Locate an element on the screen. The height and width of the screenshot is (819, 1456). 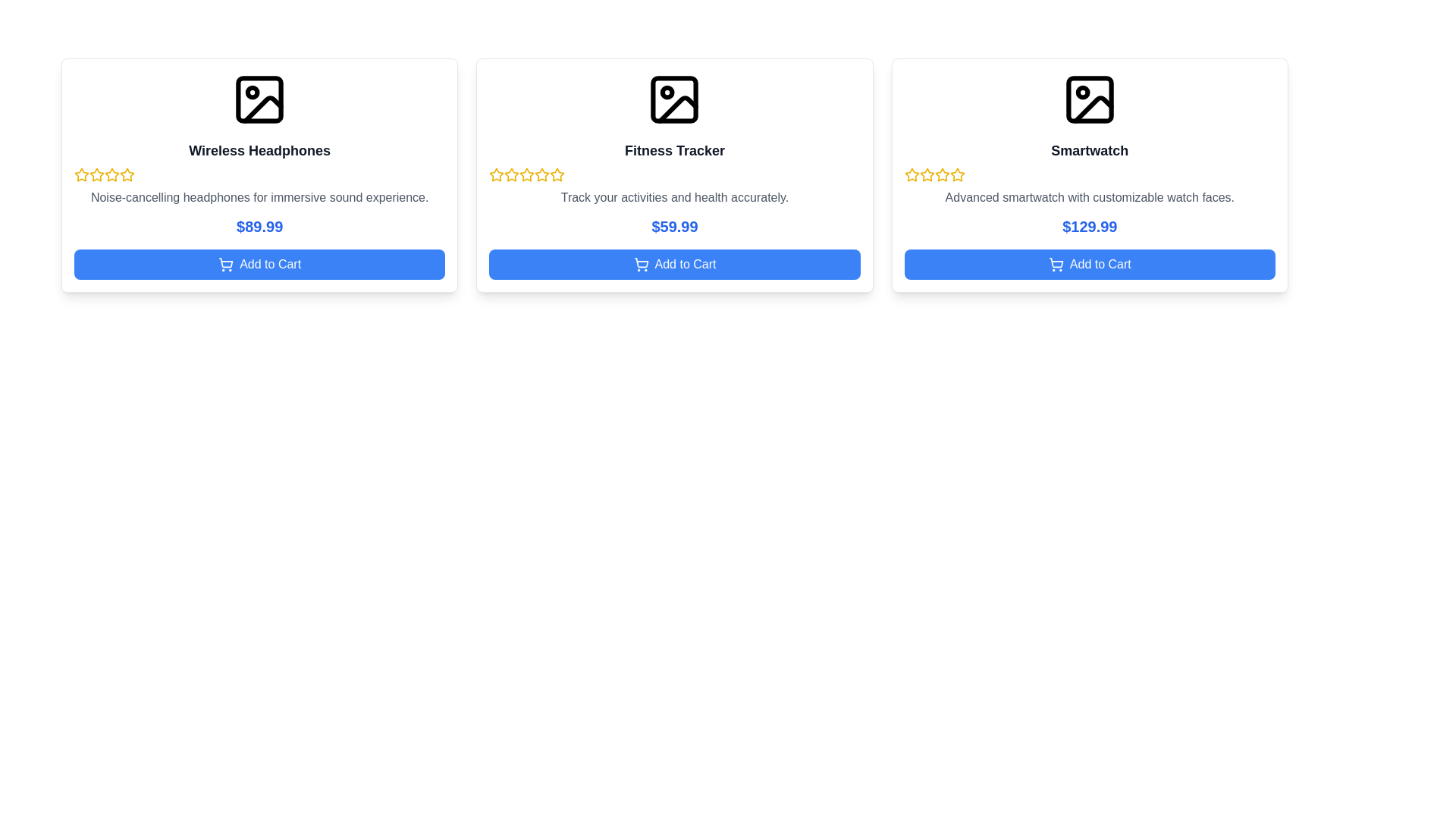
the rating displayed by the star-based rating component located below the 'Wireless Headphones' title and above the product description is located at coordinates (259, 174).